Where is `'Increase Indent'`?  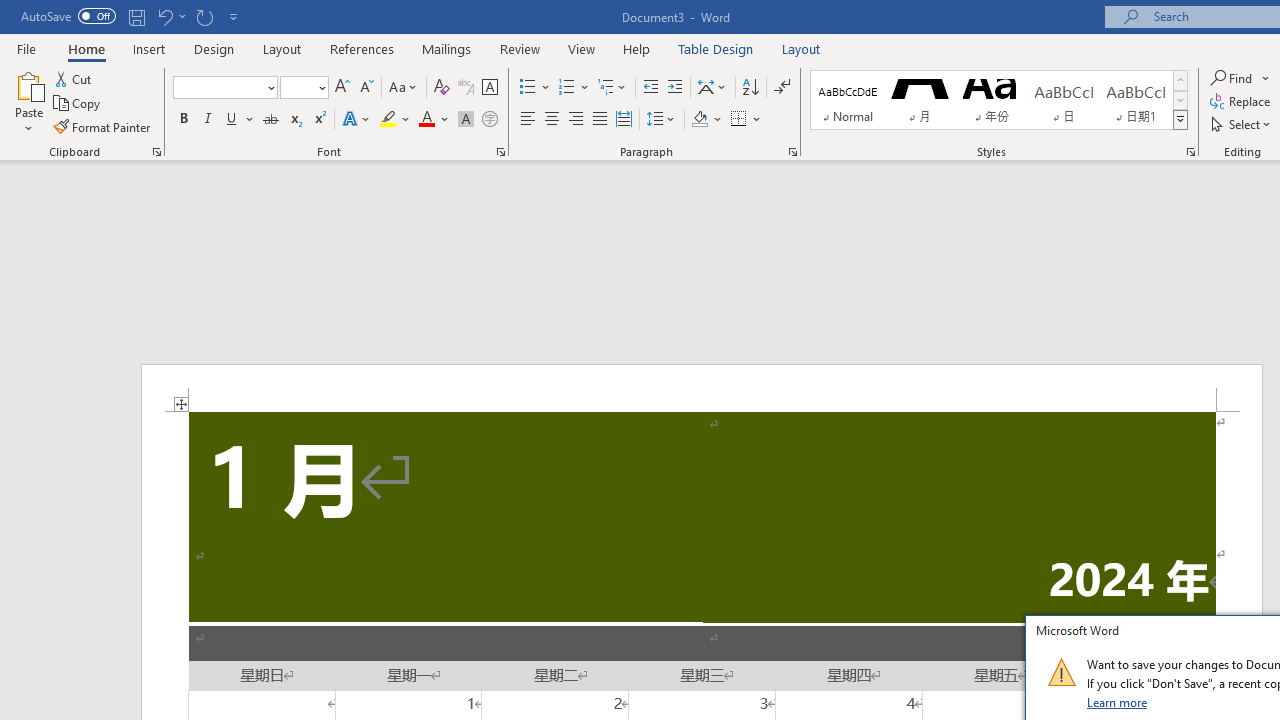 'Increase Indent' is located at coordinates (675, 86).